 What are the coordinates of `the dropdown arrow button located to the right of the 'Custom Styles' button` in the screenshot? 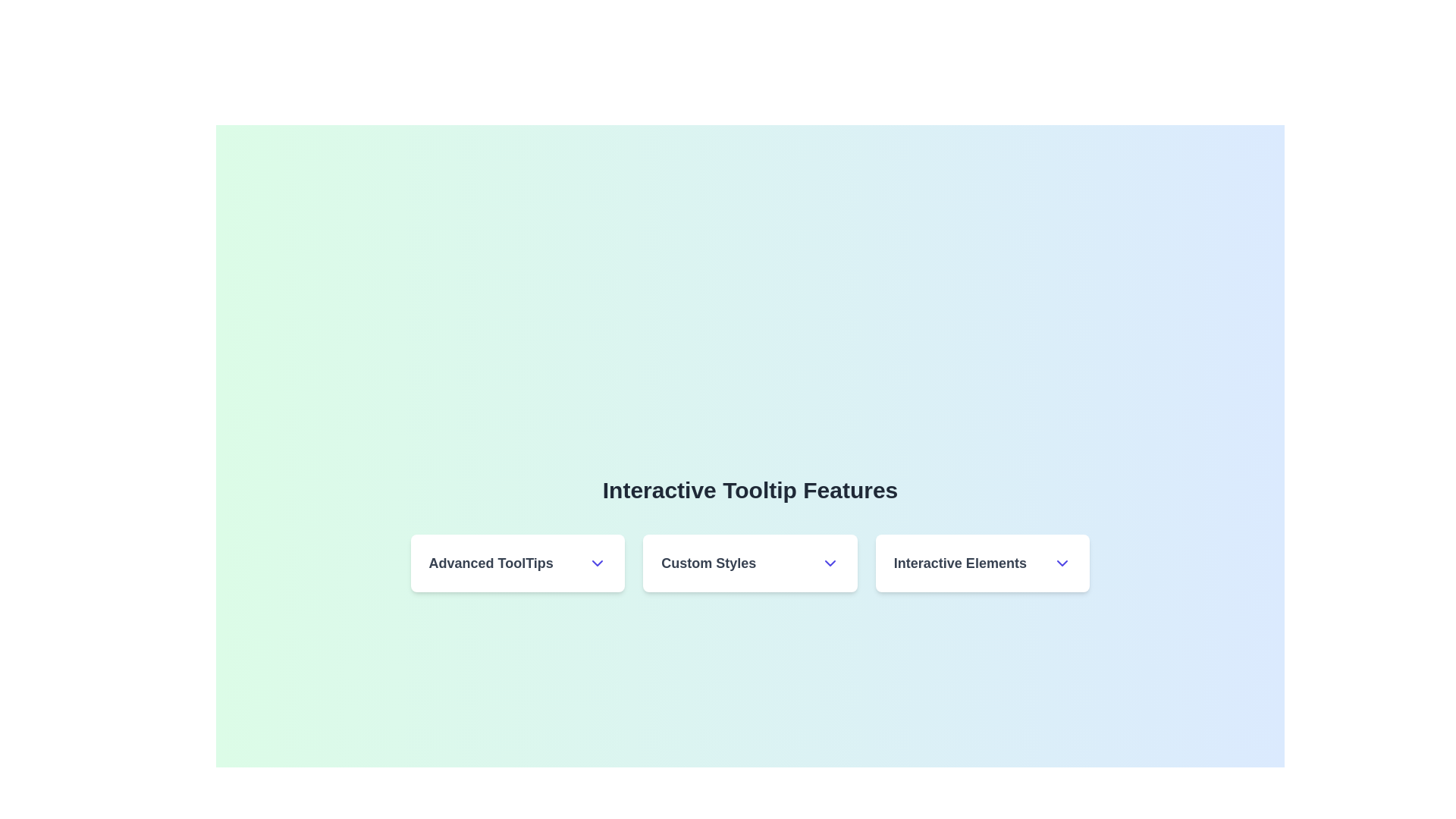 It's located at (983, 563).